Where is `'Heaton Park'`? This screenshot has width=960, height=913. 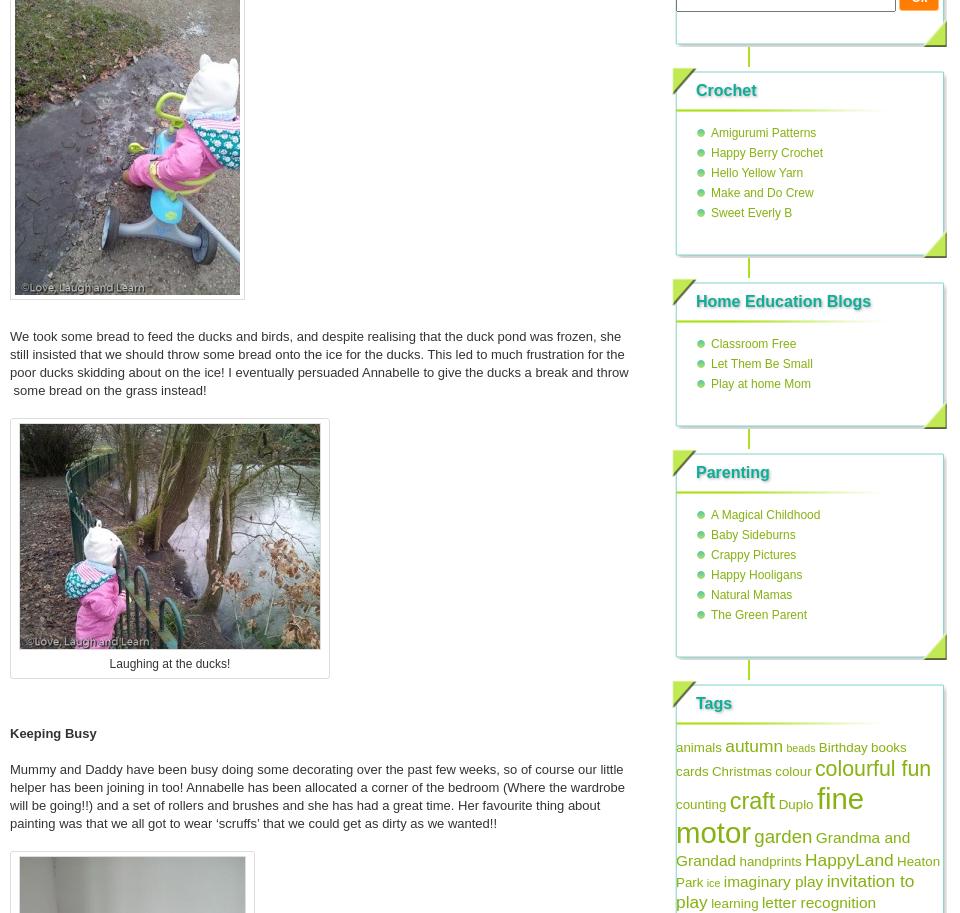 'Heaton Park' is located at coordinates (808, 872).